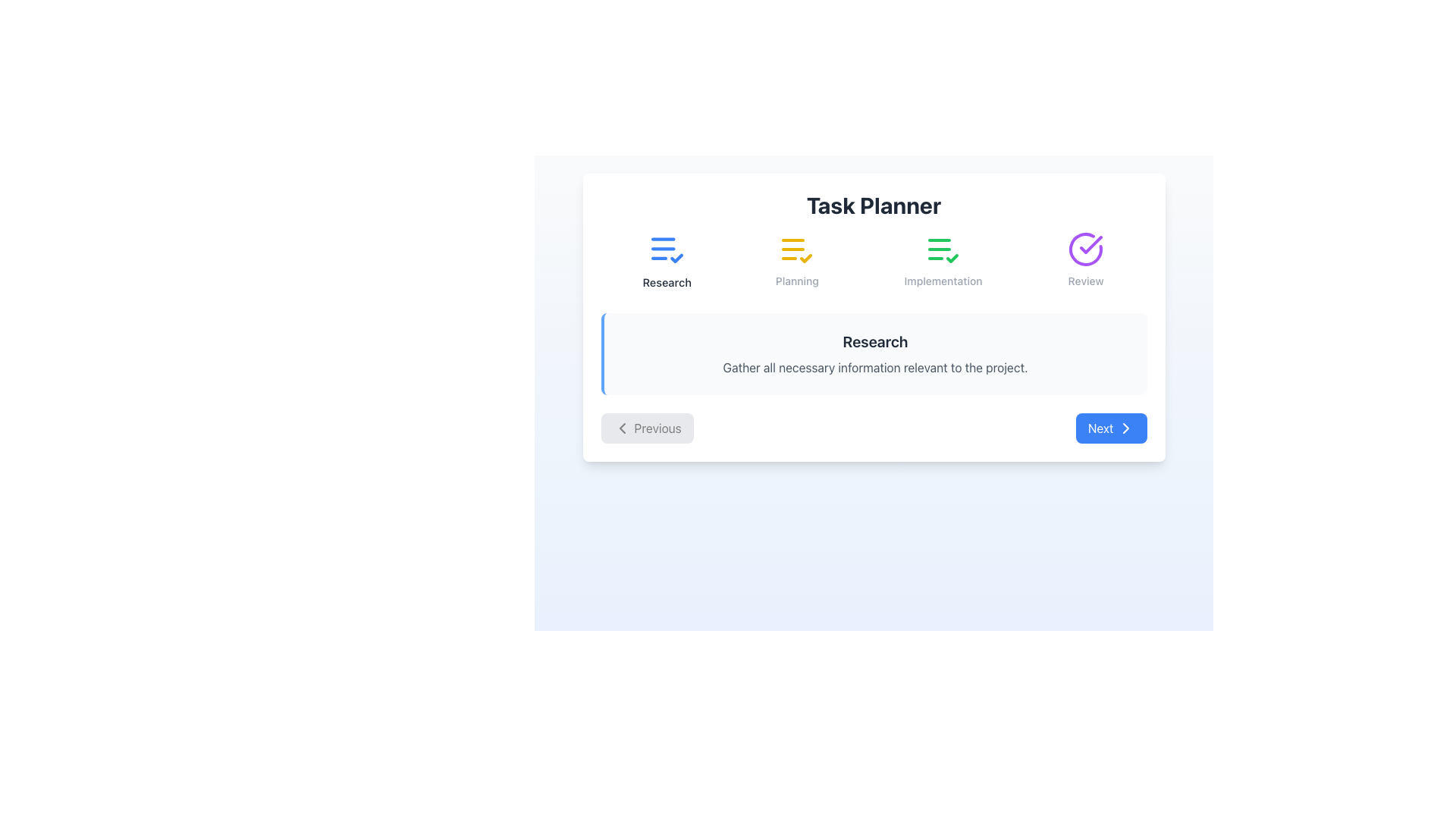  Describe the element at coordinates (796, 259) in the screenshot. I see `the 'Planning' icon, which features three horizontal yellow lines and a checkmark` at that location.